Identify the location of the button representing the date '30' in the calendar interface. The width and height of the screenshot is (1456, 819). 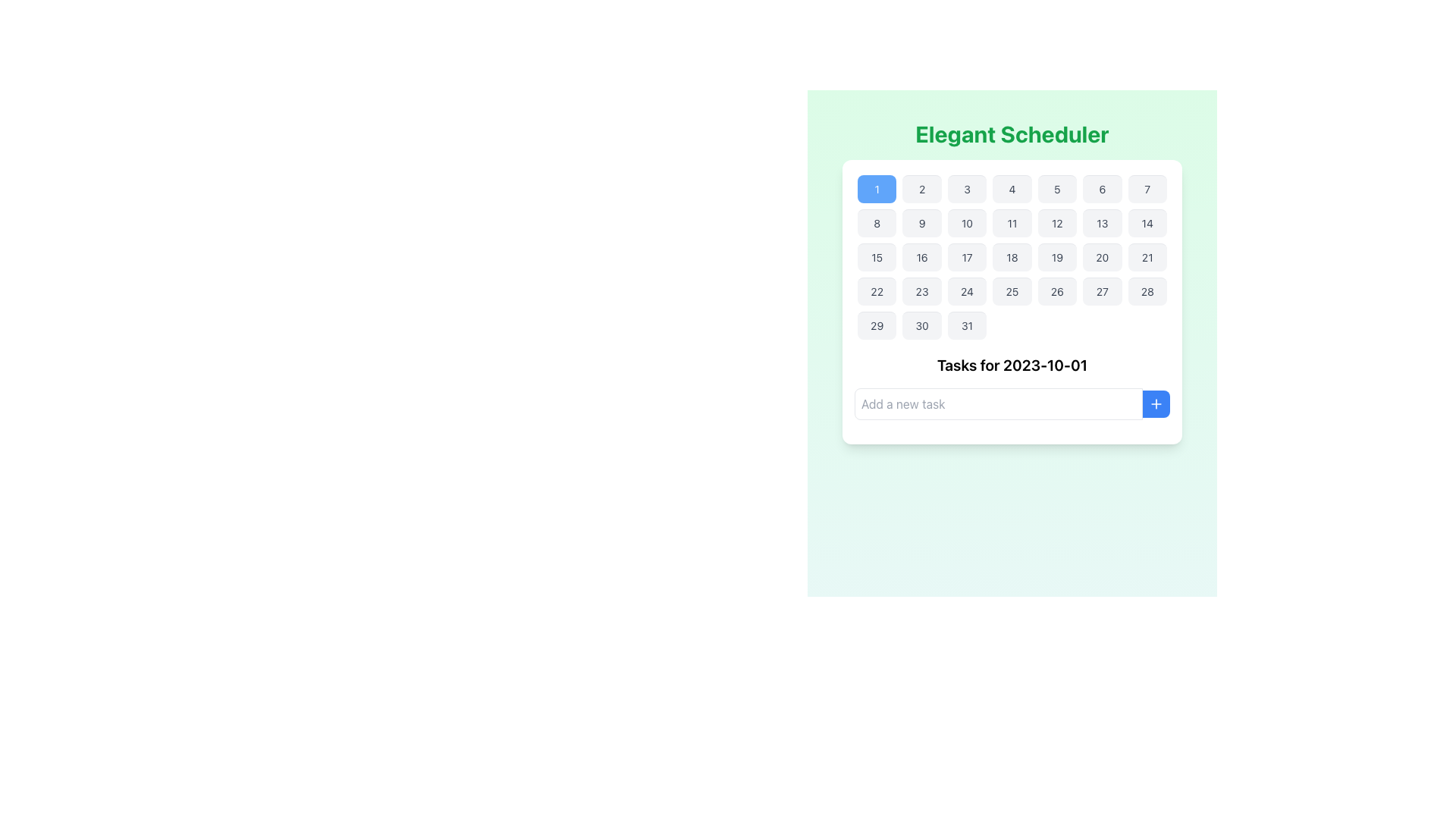
(921, 325).